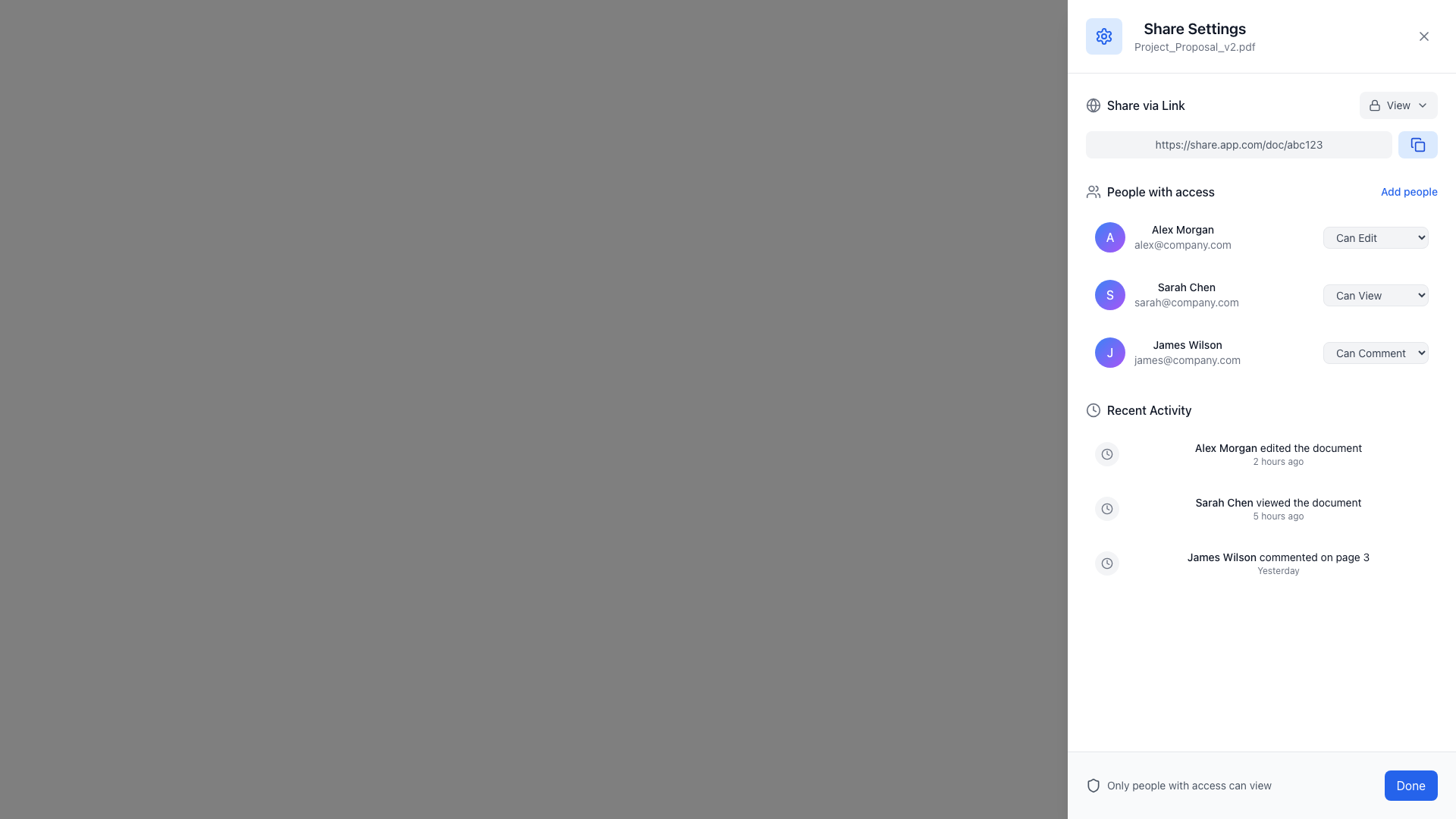  What do you see at coordinates (1093, 409) in the screenshot?
I see `the clock icon located to the left of the 'Recent Activity' text, which emphasizes the time-related context of this section` at bounding box center [1093, 409].